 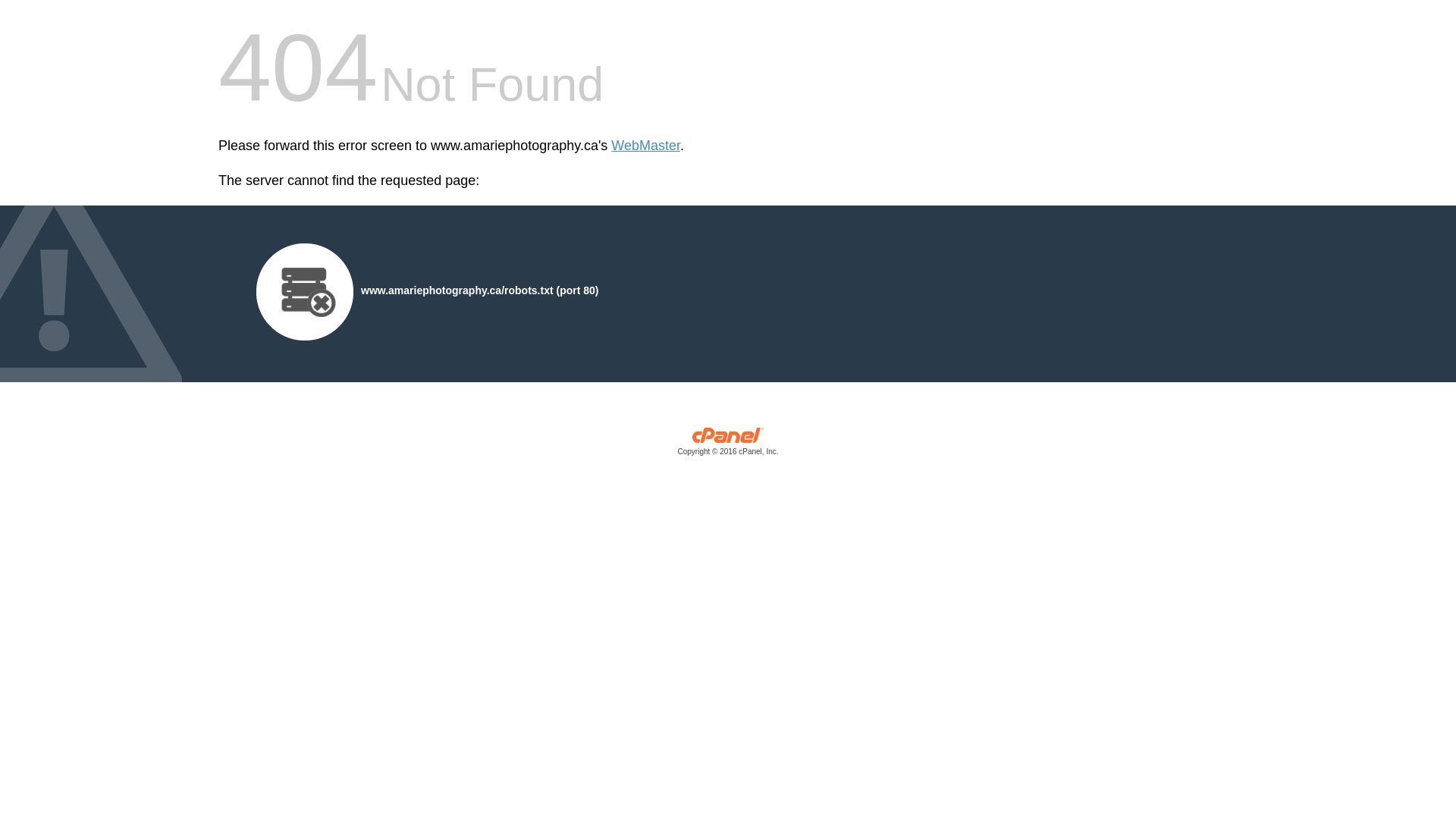 I want to click on 'WebMaster', so click(x=645, y=146).